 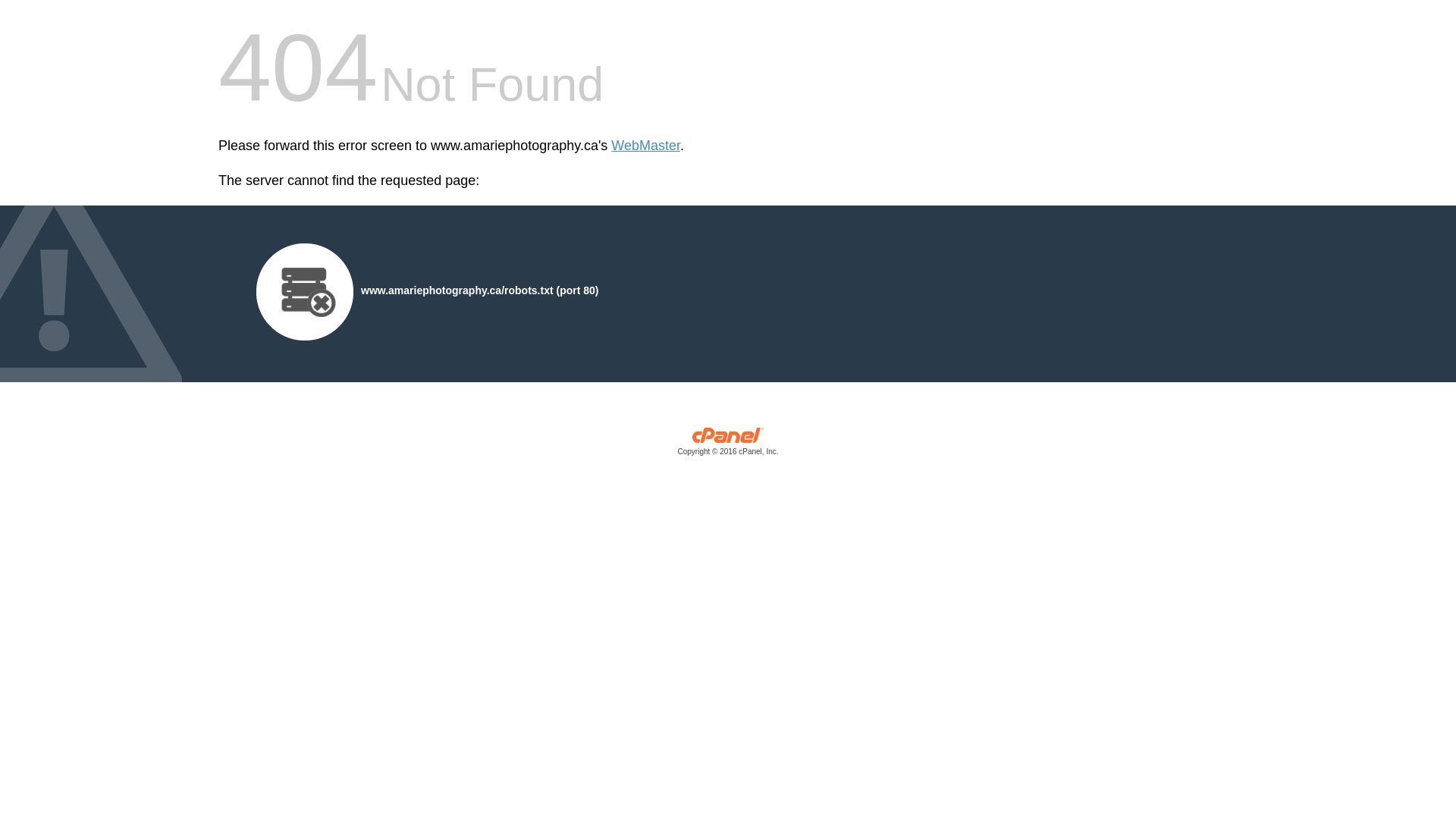 I want to click on 'WebMaster', so click(x=645, y=146).